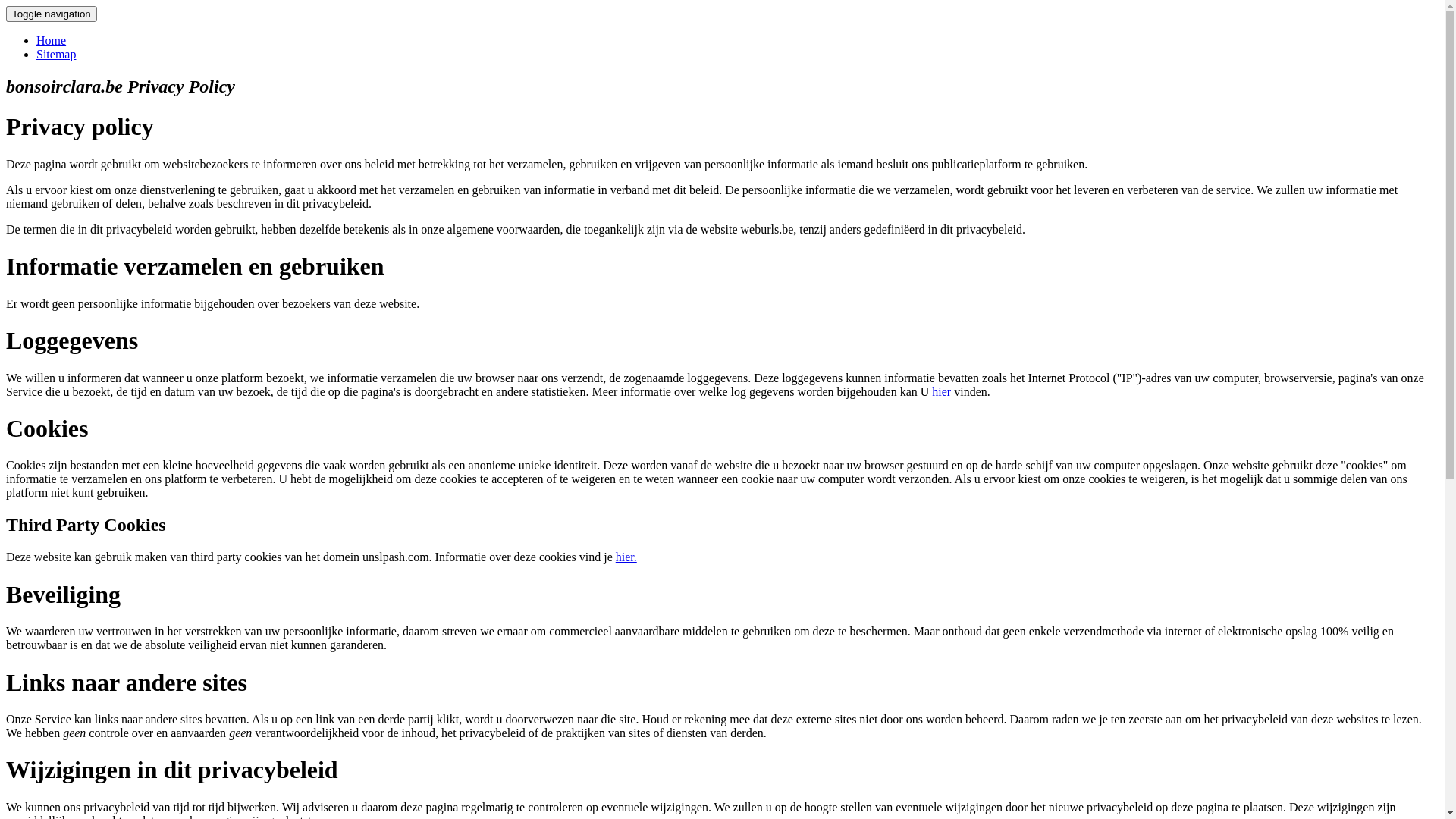  I want to click on 'hier', so click(940, 391).